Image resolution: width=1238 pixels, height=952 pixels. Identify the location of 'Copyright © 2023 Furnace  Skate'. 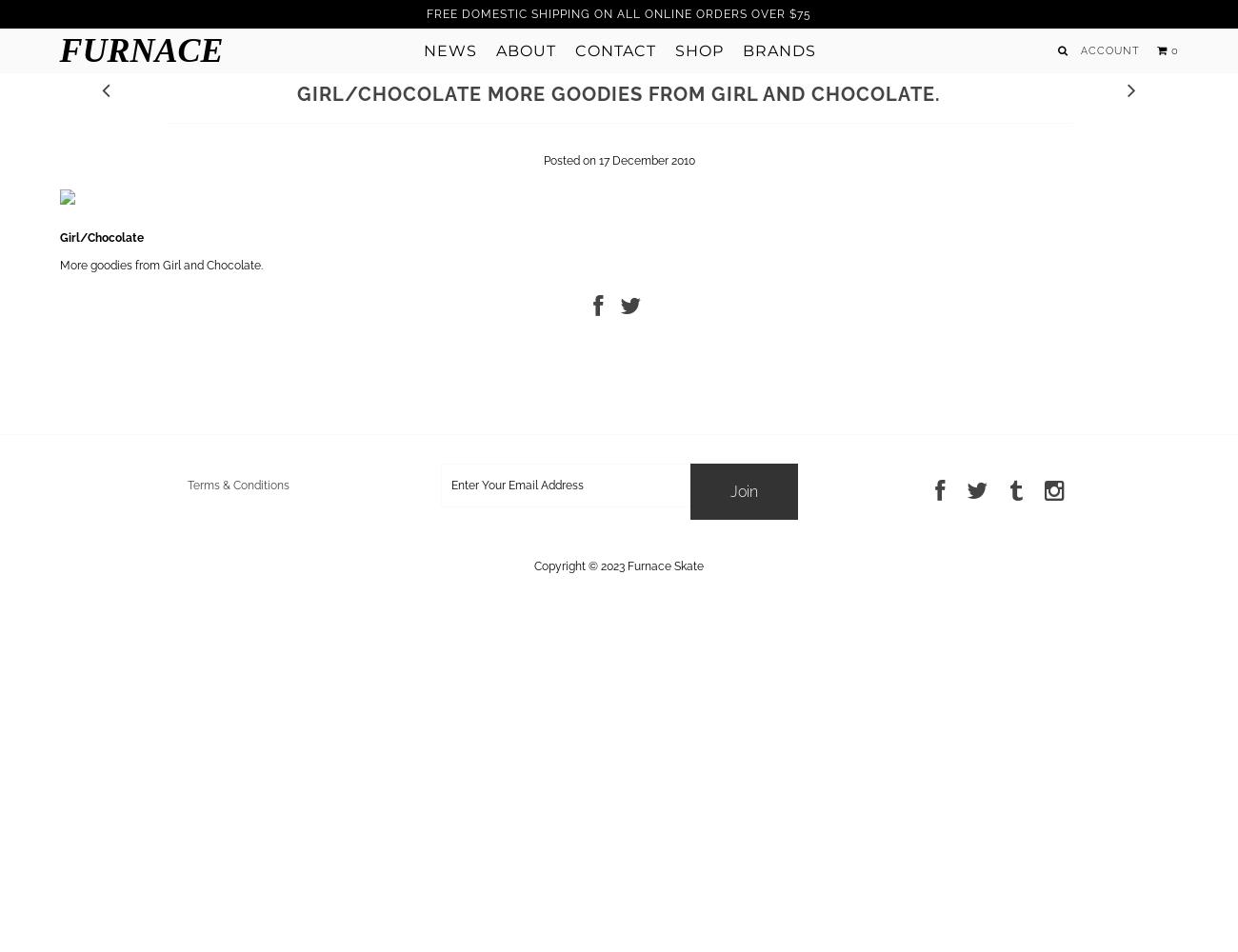
(619, 565).